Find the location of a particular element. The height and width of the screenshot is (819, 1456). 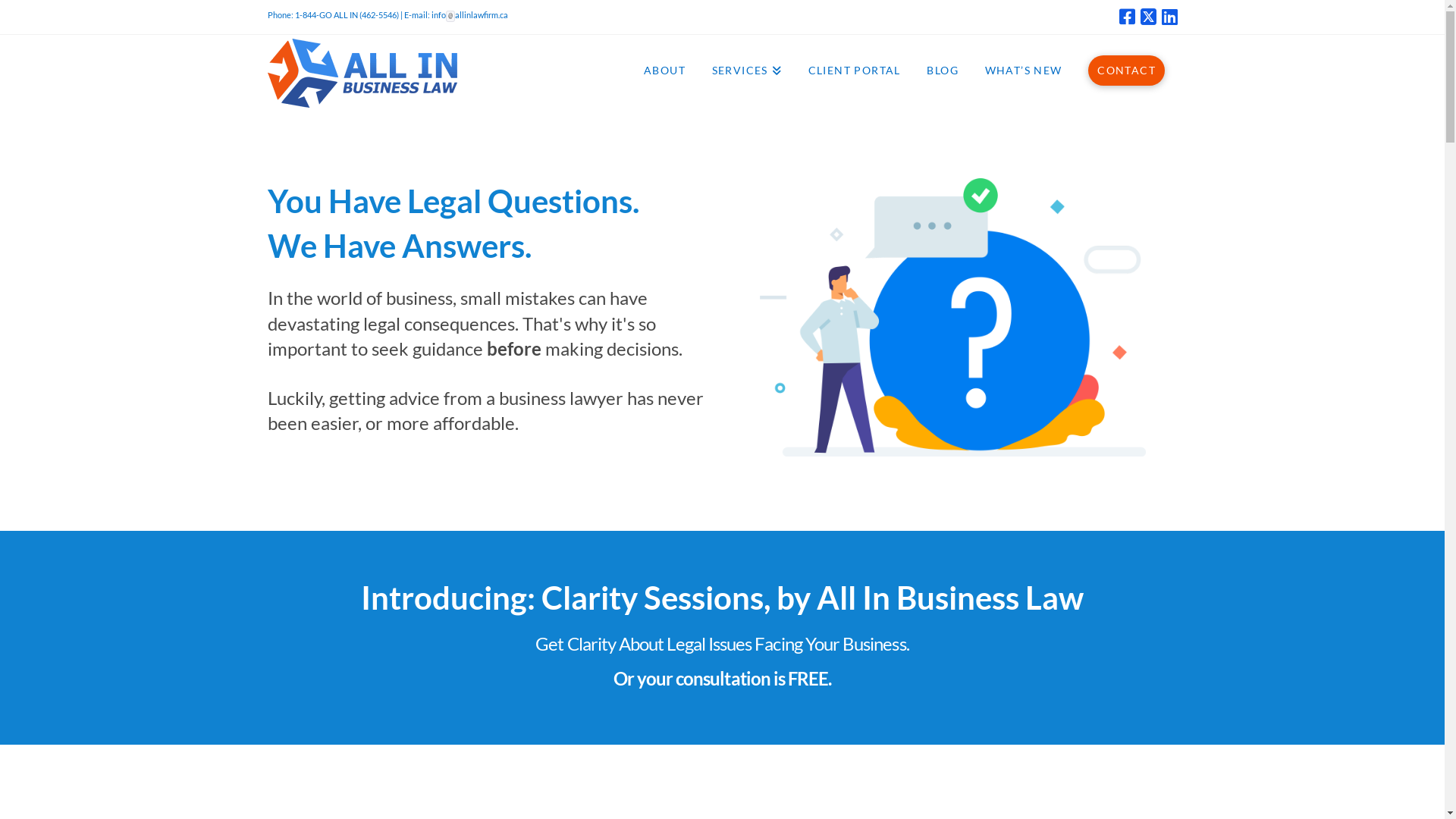

'Facebook' is located at coordinates (1127, 17).